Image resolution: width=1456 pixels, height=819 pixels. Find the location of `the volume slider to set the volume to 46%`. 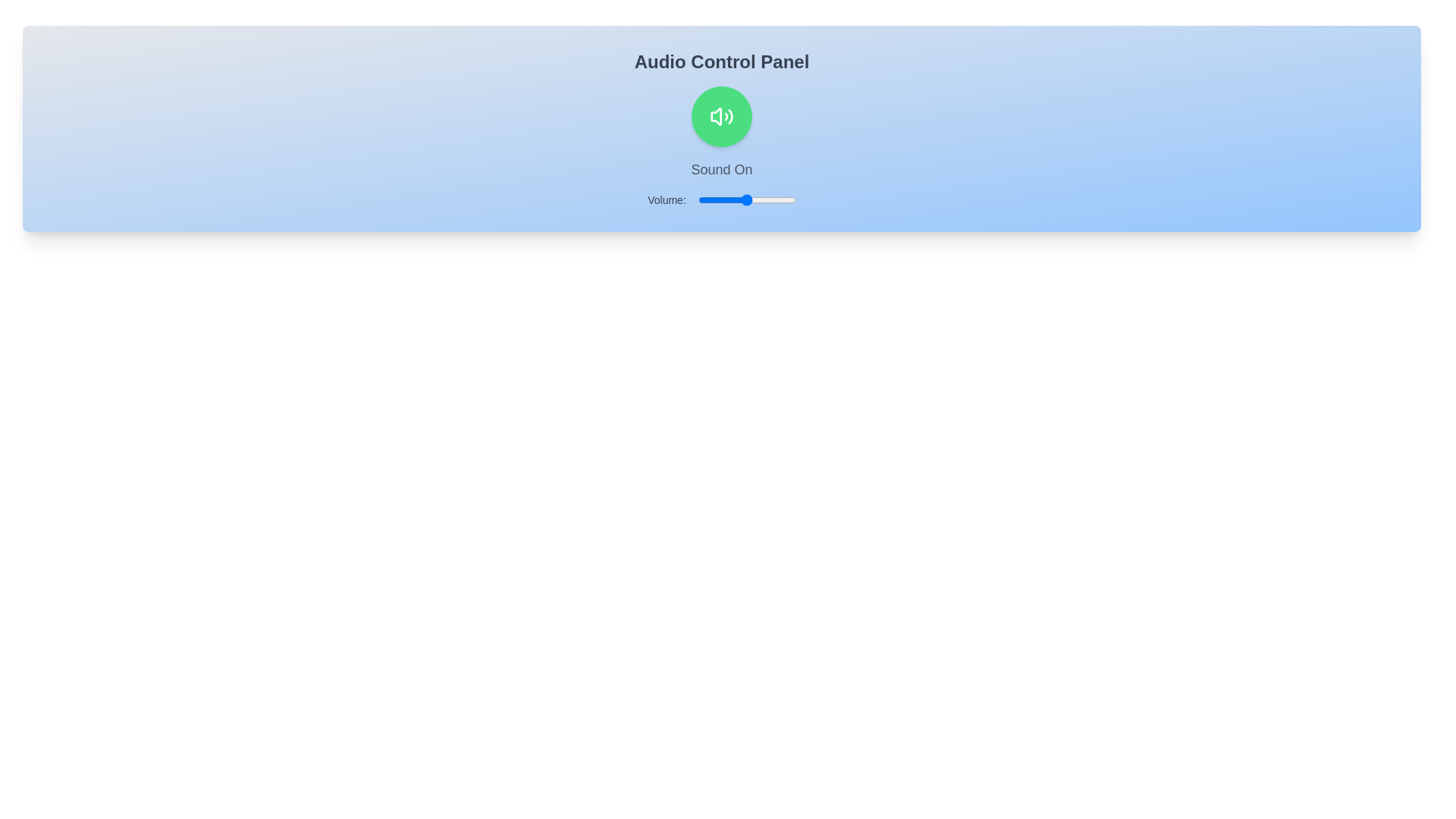

the volume slider to set the volume to 46% is located at coordinates (743, 199).